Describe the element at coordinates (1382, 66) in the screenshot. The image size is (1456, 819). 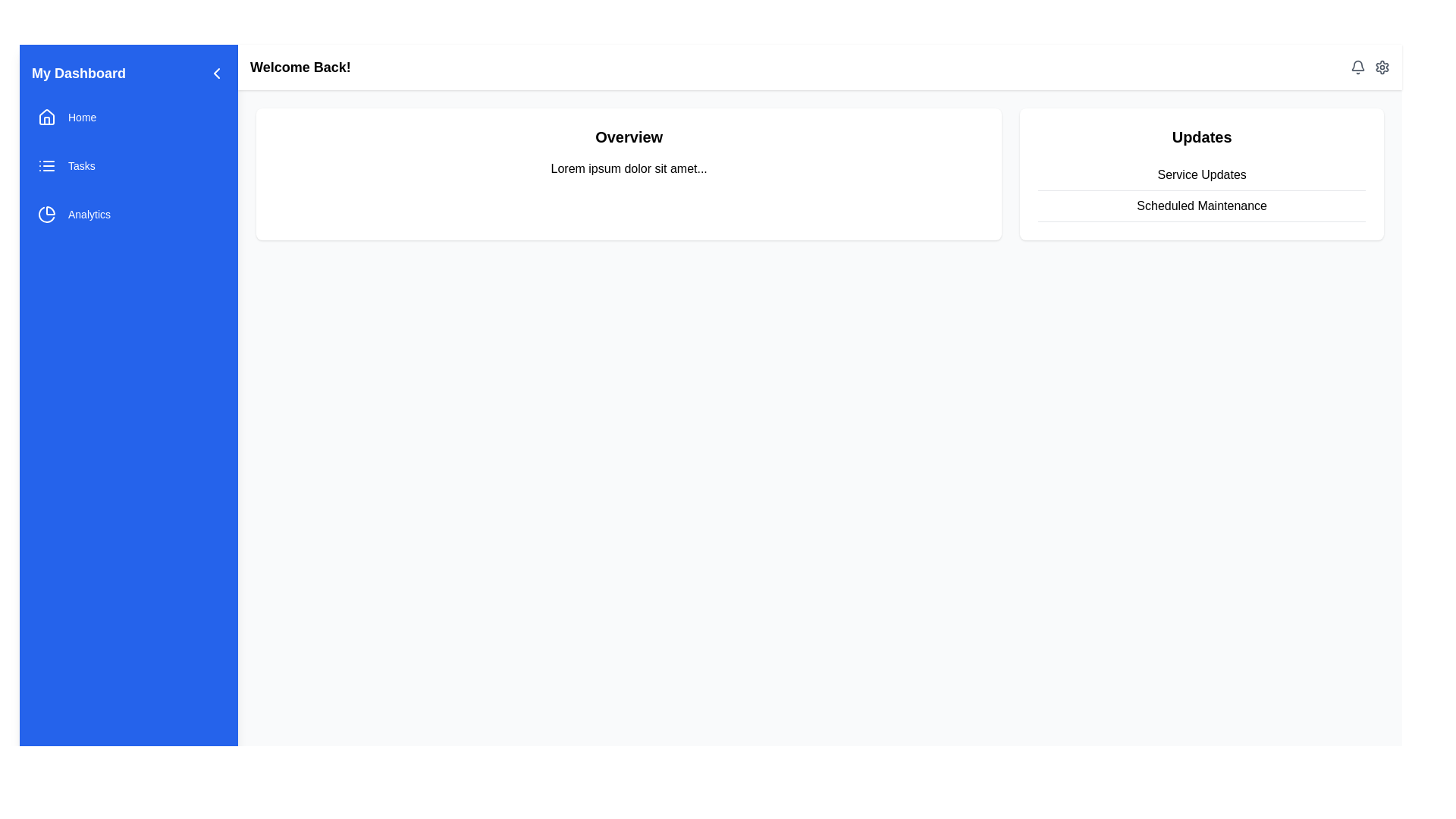
I see `the settings icon located in the top-right corner of the interface, adjacent to the bell icon` at that location.